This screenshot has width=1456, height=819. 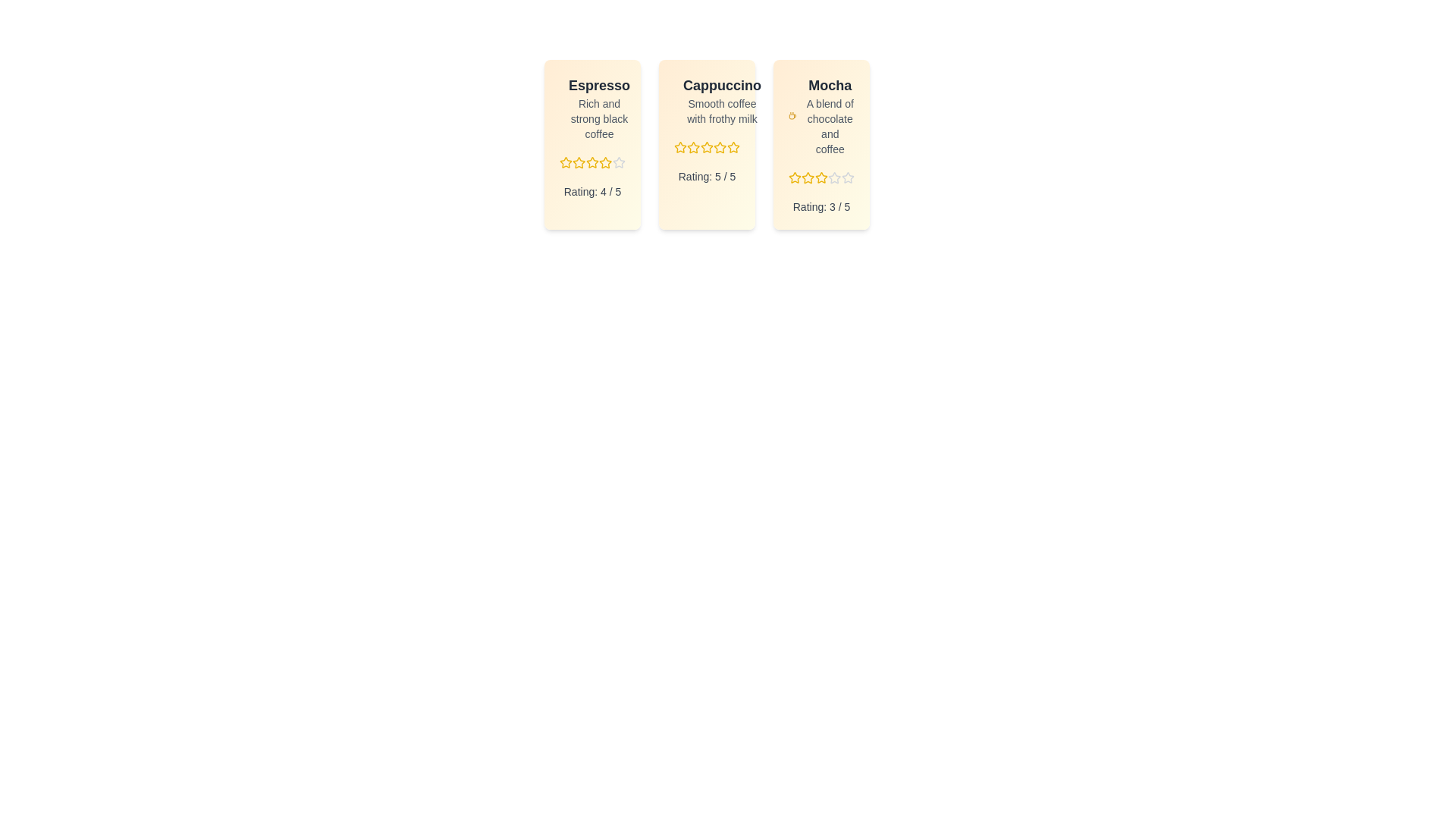 I want to click on the menu item card for Espresso, so click(x=591, y=145).